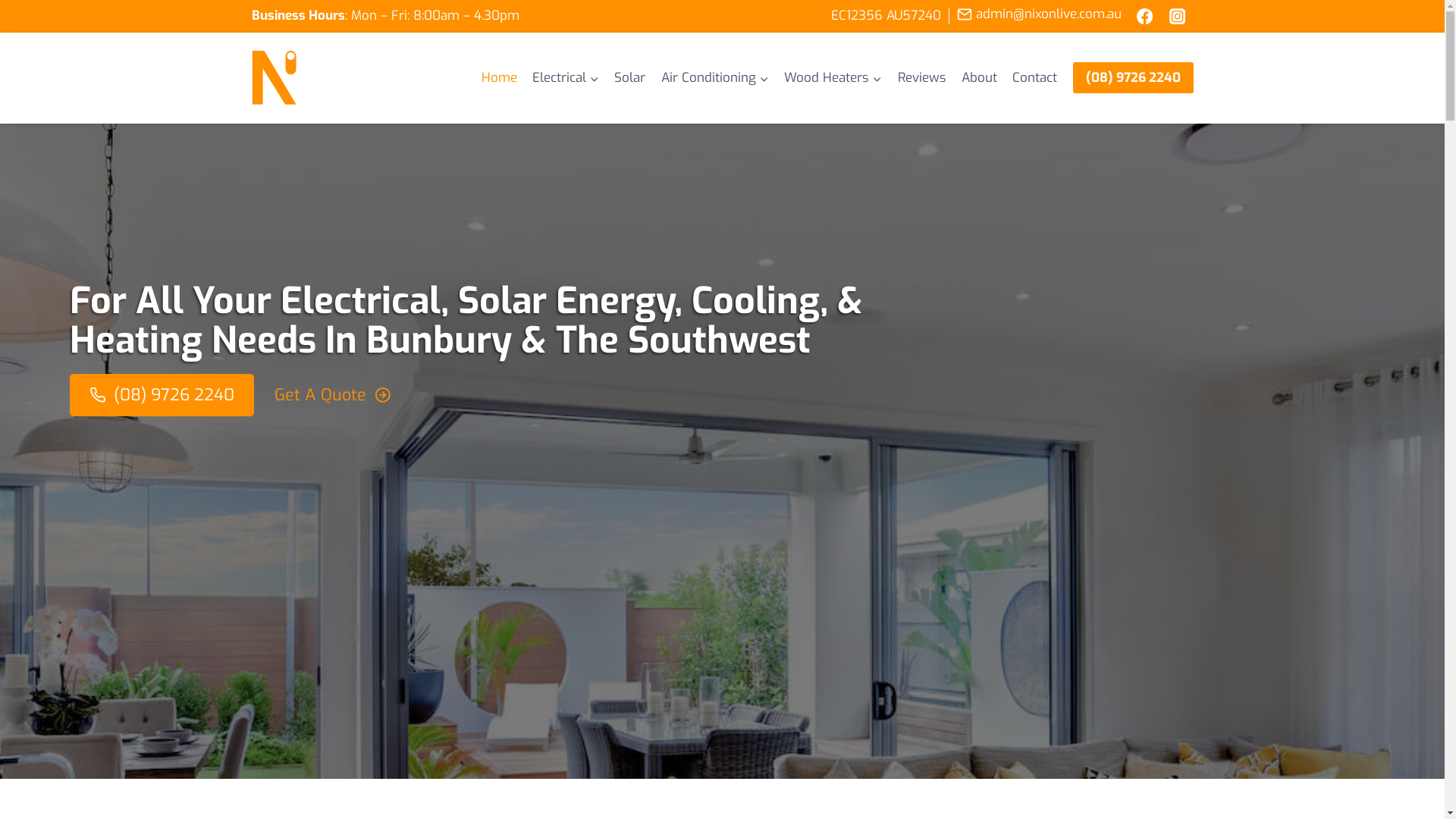 The height and width of the screenshot is (819, 1456). I want to click on 'Solar', so click(629, 77).